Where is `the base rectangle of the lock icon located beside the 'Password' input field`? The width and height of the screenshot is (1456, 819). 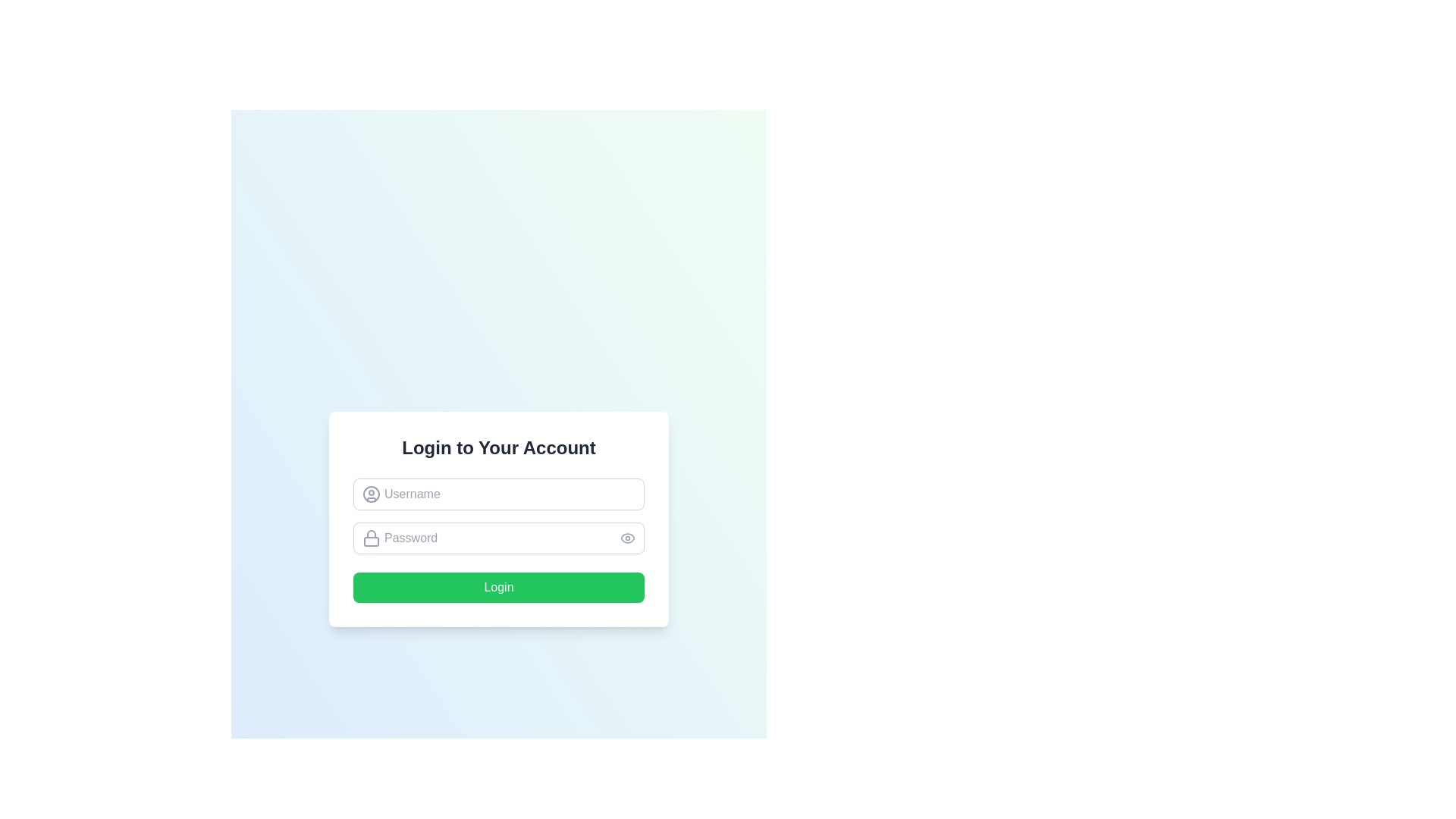
the base rectangle of the lock icon located beside the 'Password' input field is located at coordinates (371, 541).